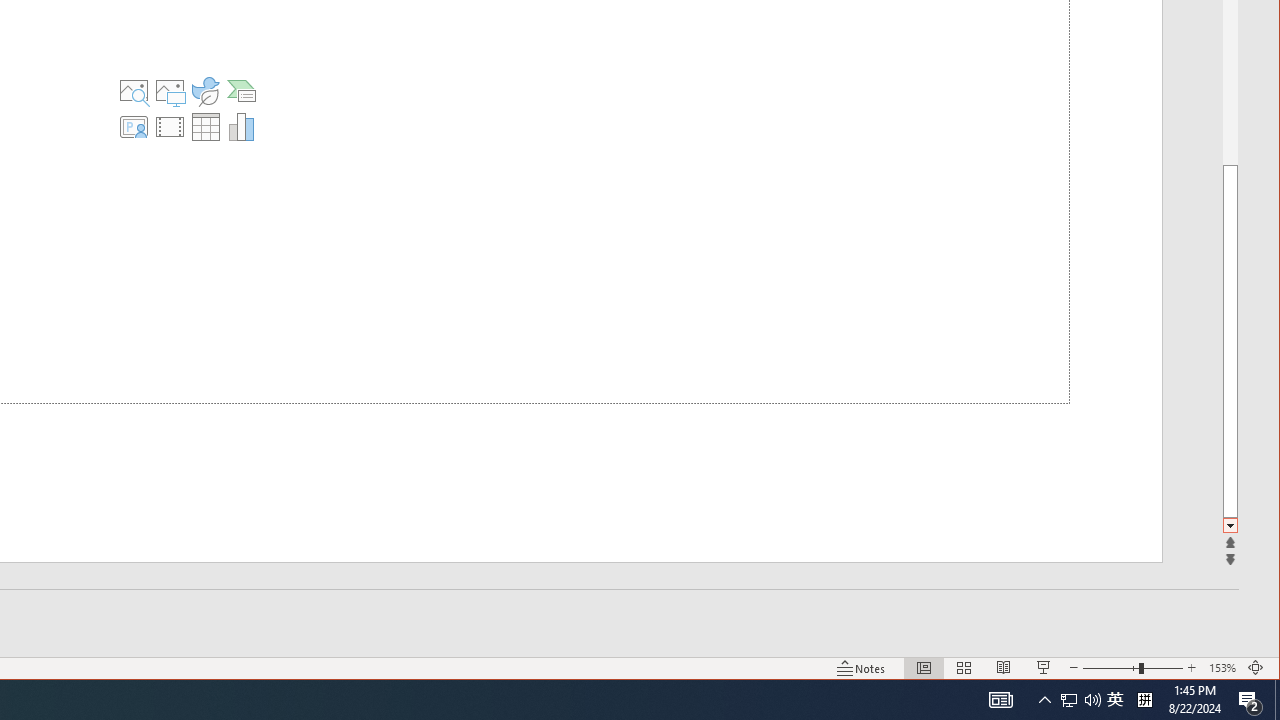 The height and width of the screenshot is (720, 1280). What do you see at coordinates (169, 127) in the screenshot?
I see `'Insert Video'` at bounding box center [169, 127].